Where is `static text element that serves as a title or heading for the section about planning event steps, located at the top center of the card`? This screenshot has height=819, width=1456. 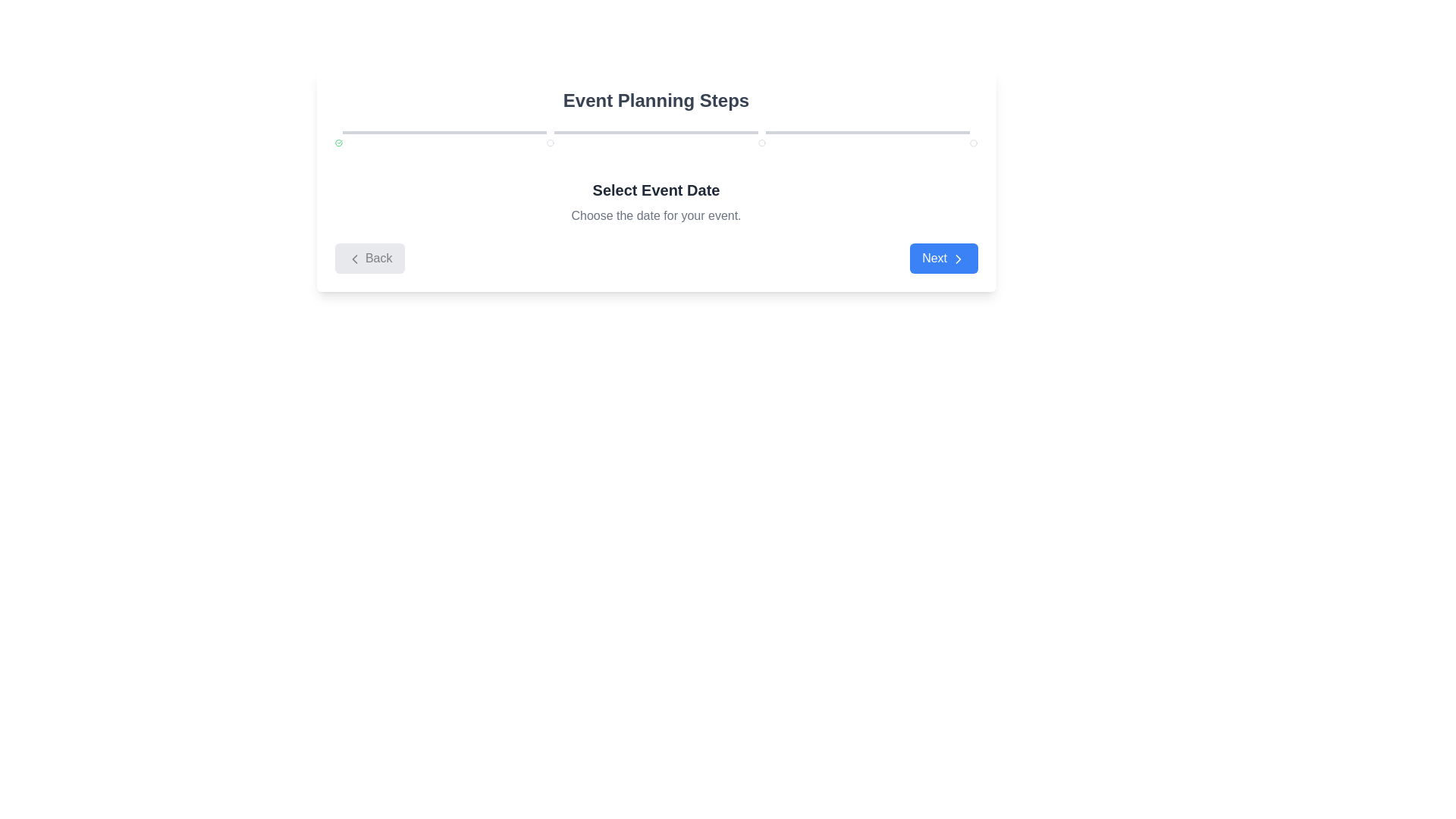 static text element that serves as a title or heading for the section about planning event steps, located at the top center of the card is located at coordinates (656, 100).